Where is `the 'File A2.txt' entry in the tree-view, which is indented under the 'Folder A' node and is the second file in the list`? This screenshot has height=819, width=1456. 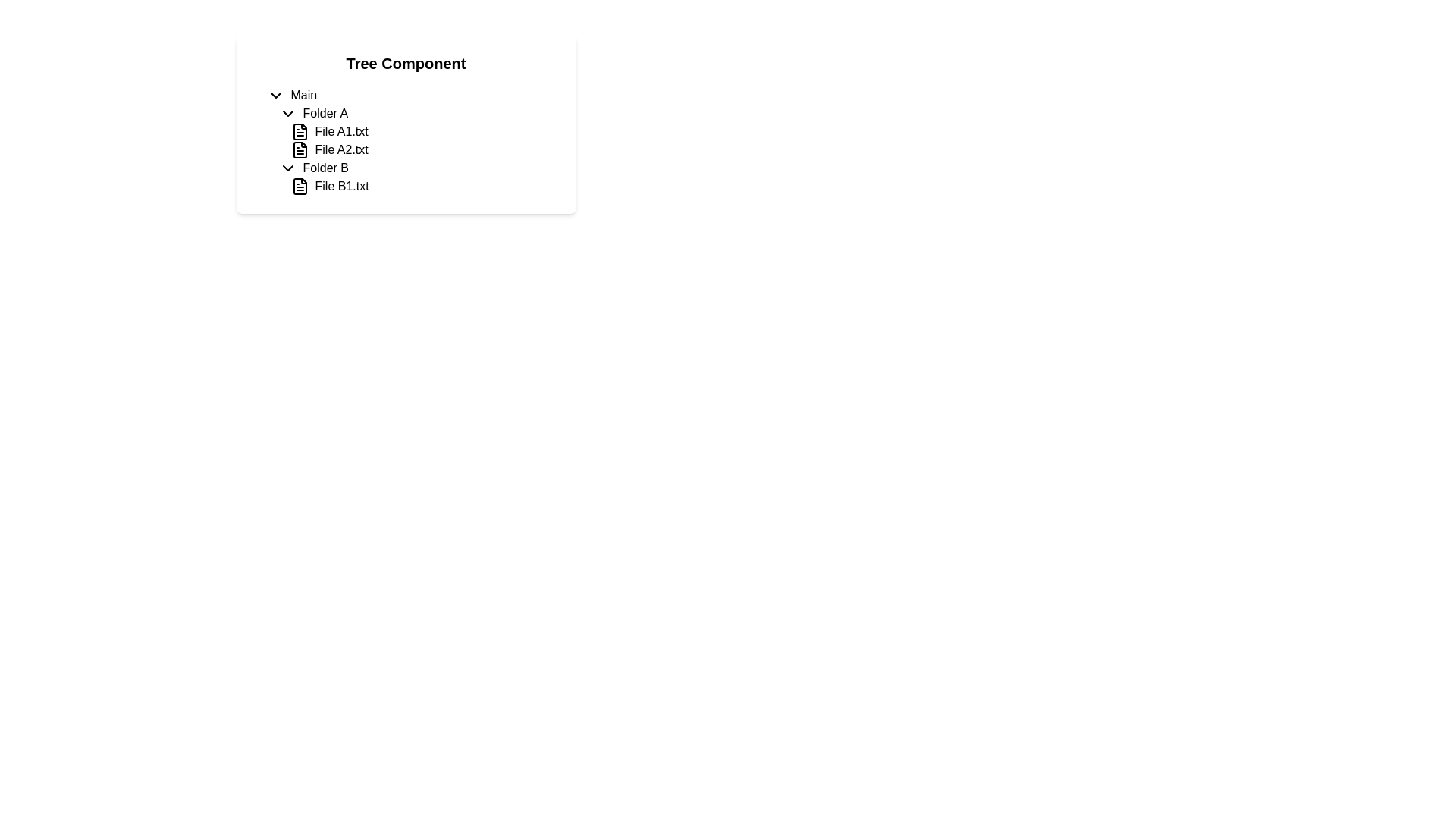 the 'File A2.txt' entry in the tree-view, which is indented under the 'Folder A' node and is the second file in the list is located at coordinates (406, 140).